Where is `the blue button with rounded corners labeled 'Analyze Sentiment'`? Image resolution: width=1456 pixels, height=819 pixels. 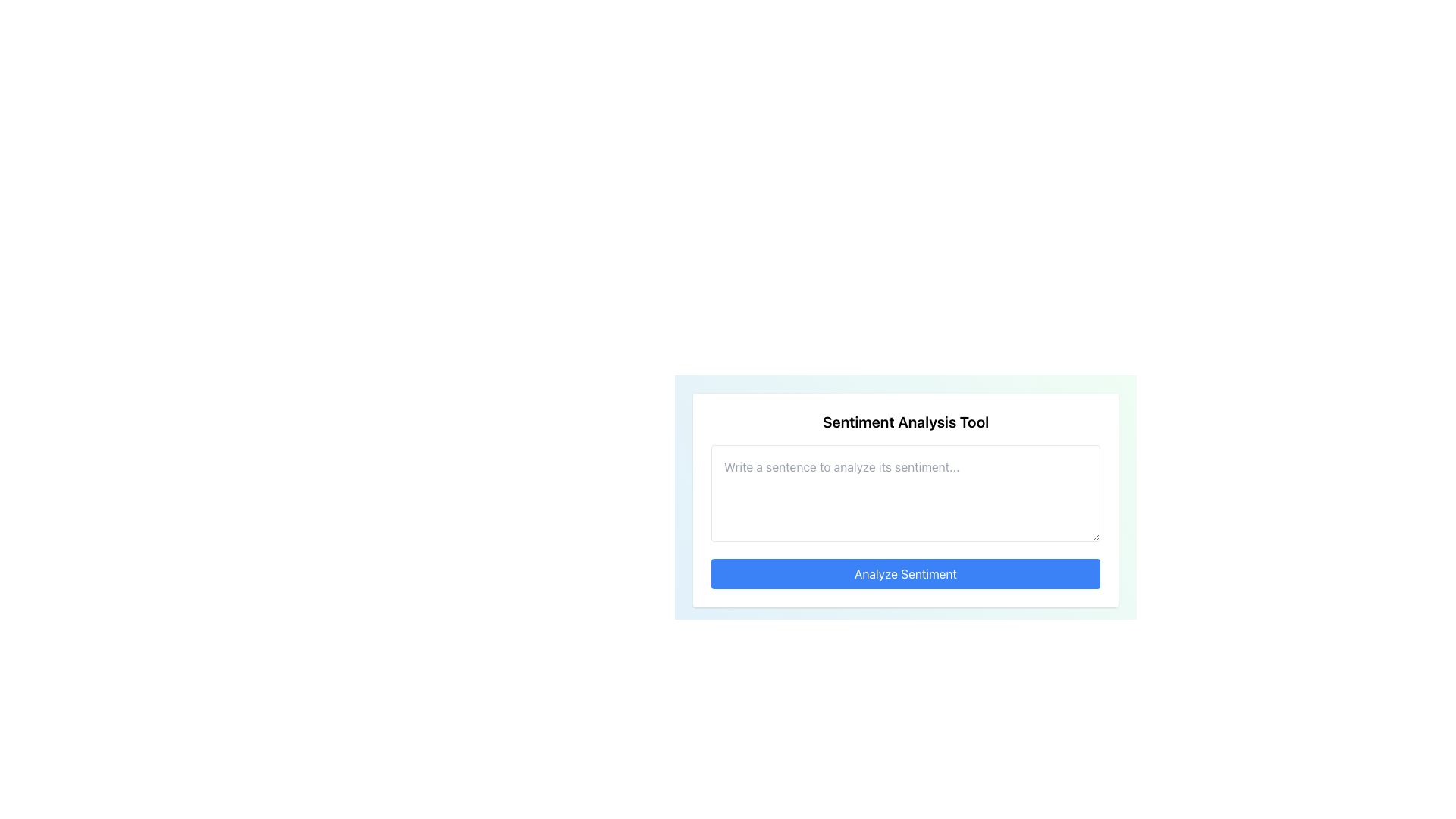 the blue button with rounded corners labeled 'Analyze Sentiment' is located at coordinates (905, 573).